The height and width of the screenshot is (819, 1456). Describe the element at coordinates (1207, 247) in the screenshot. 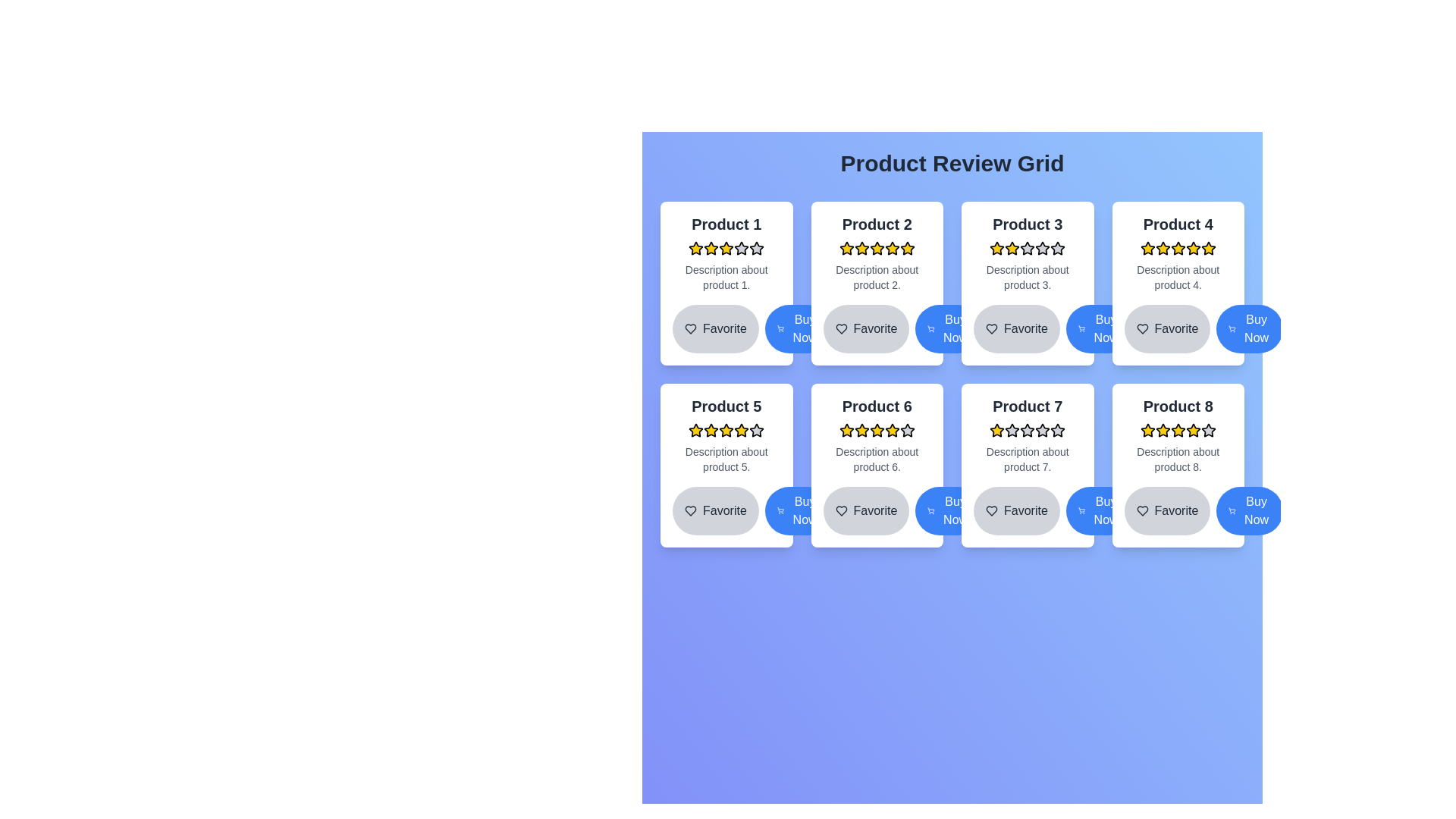

I see `the filled yellow star icon representing the fifth star in the rating system of the fourth product card for 'Product 4'` at that location.